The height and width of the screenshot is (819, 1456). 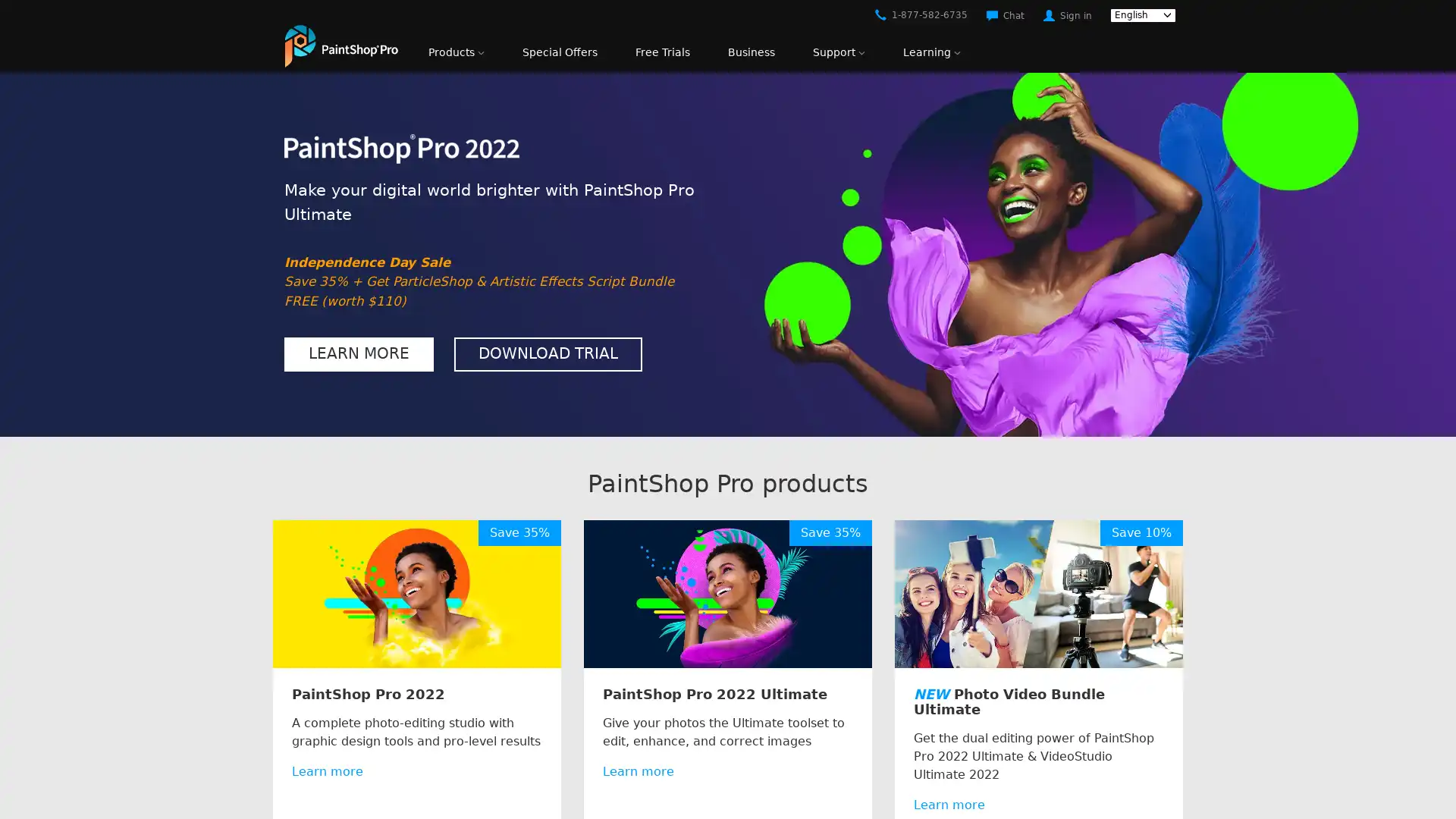 I want to click on Close, so click(x=1430, y=772).